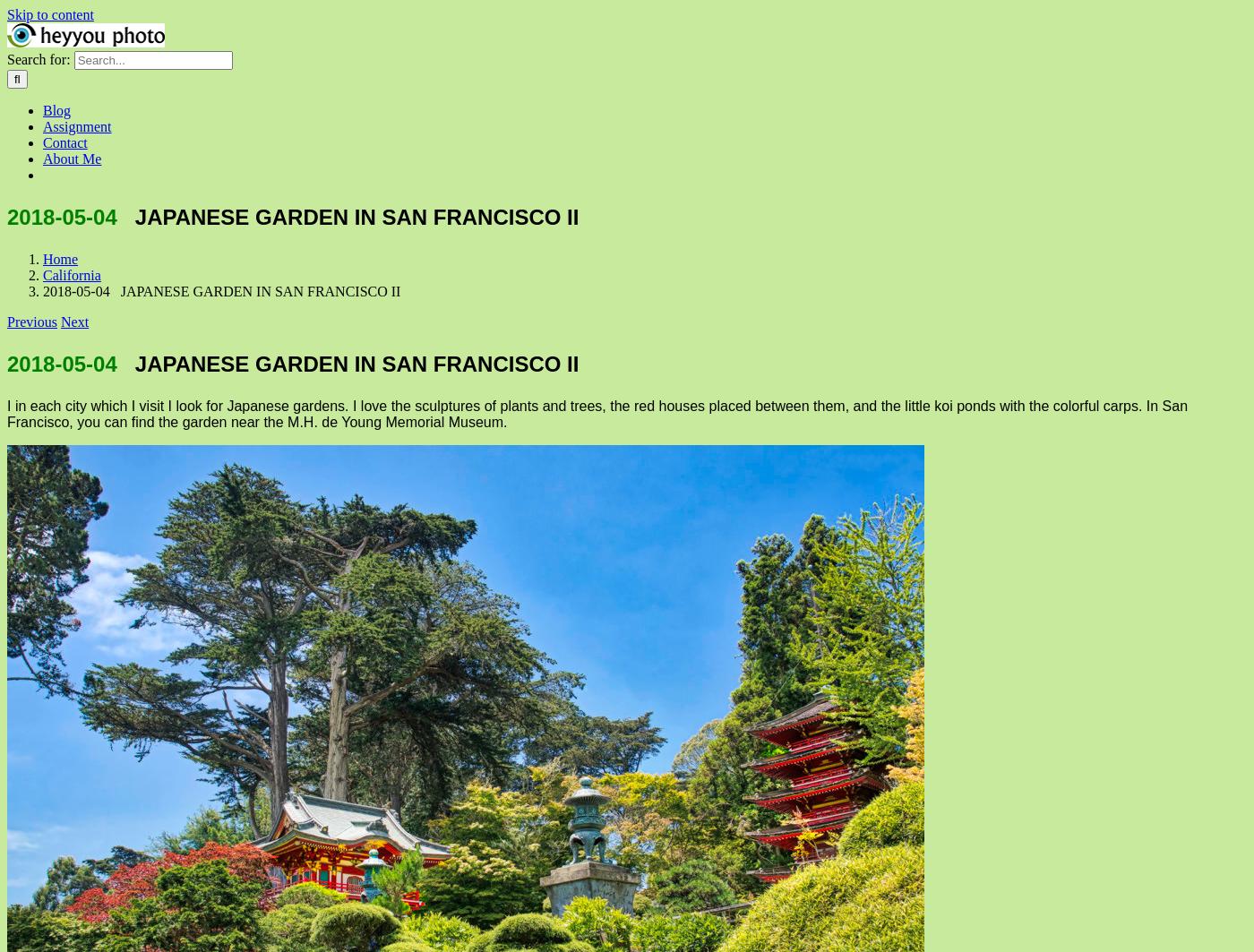 The width and height of the screenshot is (1254, 952). What do you see at coordinates (31, 322) in the screenshot?
I see `'Previous'` at bounding box center [31, 322].